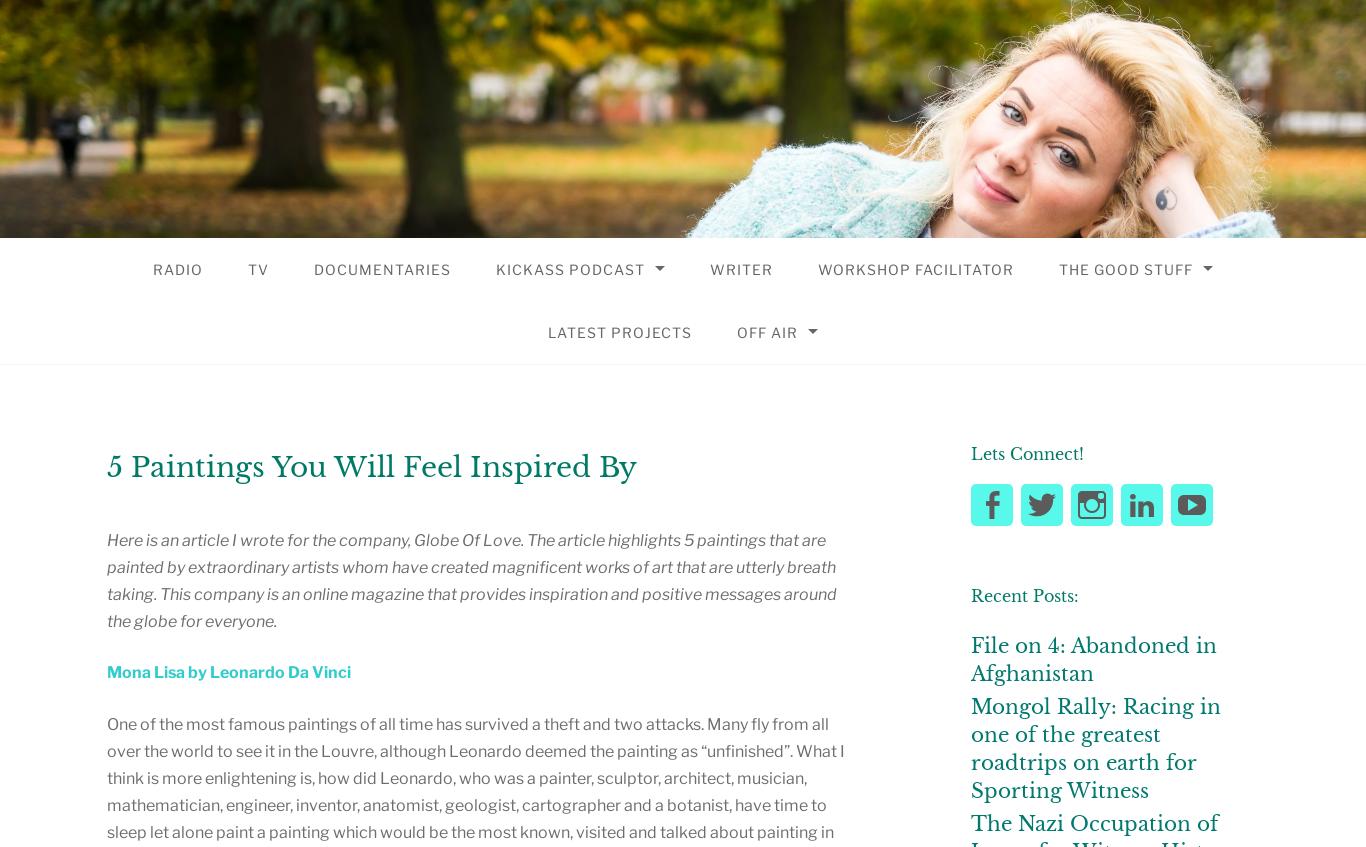  I want to click on 'Lets Connect!', so click(970, 453).